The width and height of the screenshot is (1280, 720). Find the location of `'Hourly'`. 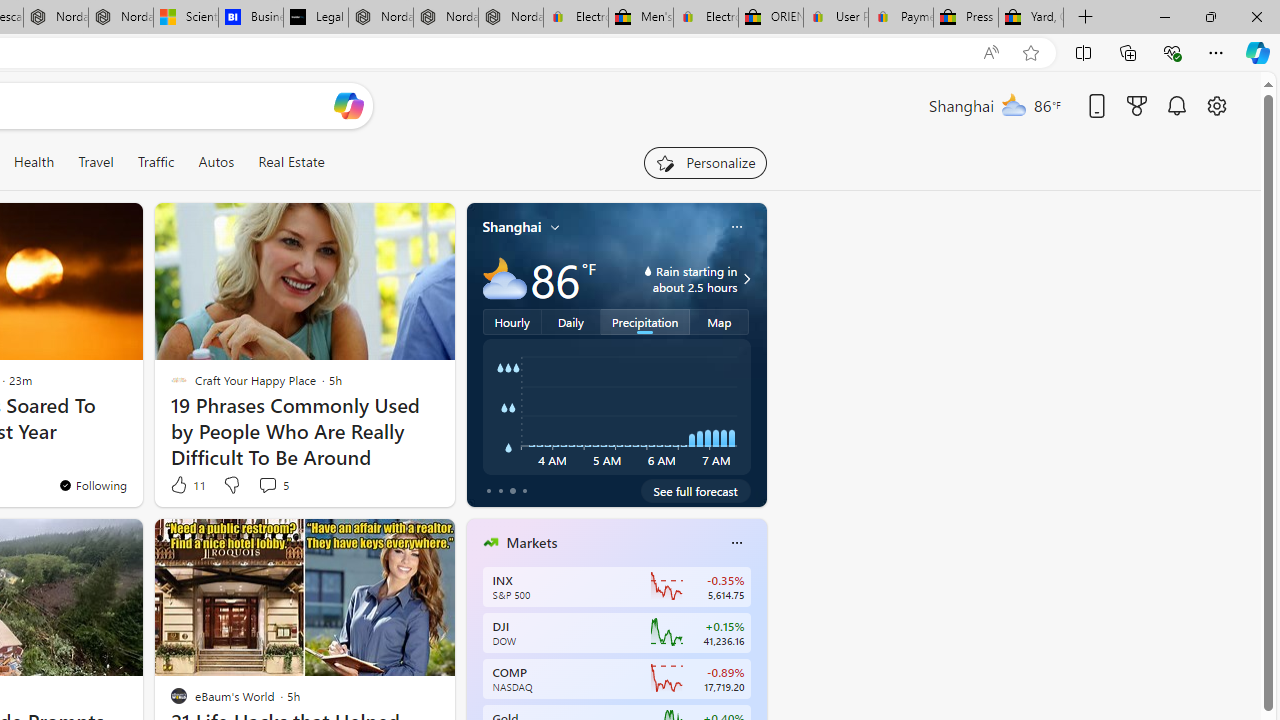

'Hourly' is located at coordinates (512, 320).